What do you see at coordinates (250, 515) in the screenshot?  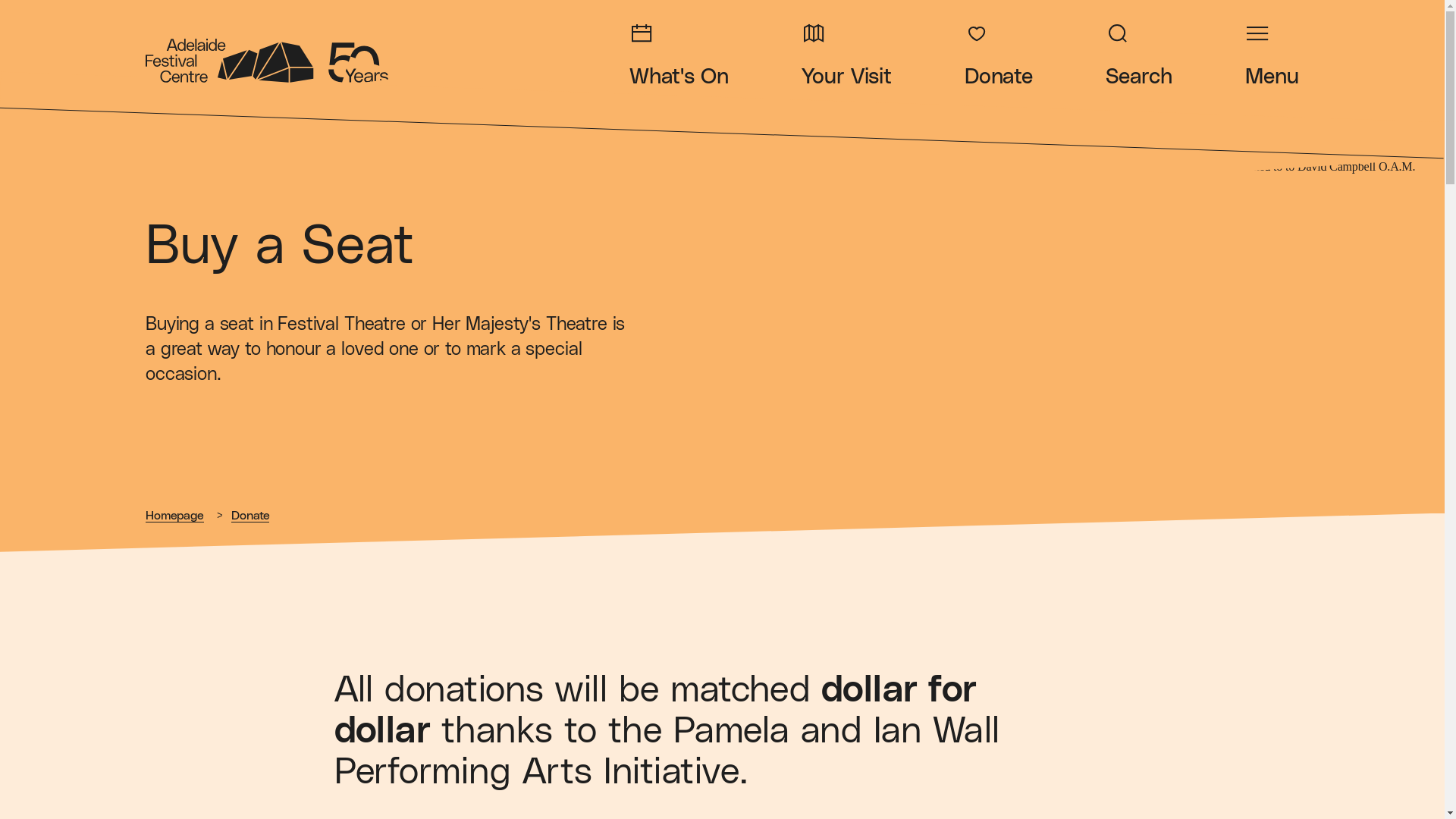 I see `'Donate'` at bounding box center [250, 515].